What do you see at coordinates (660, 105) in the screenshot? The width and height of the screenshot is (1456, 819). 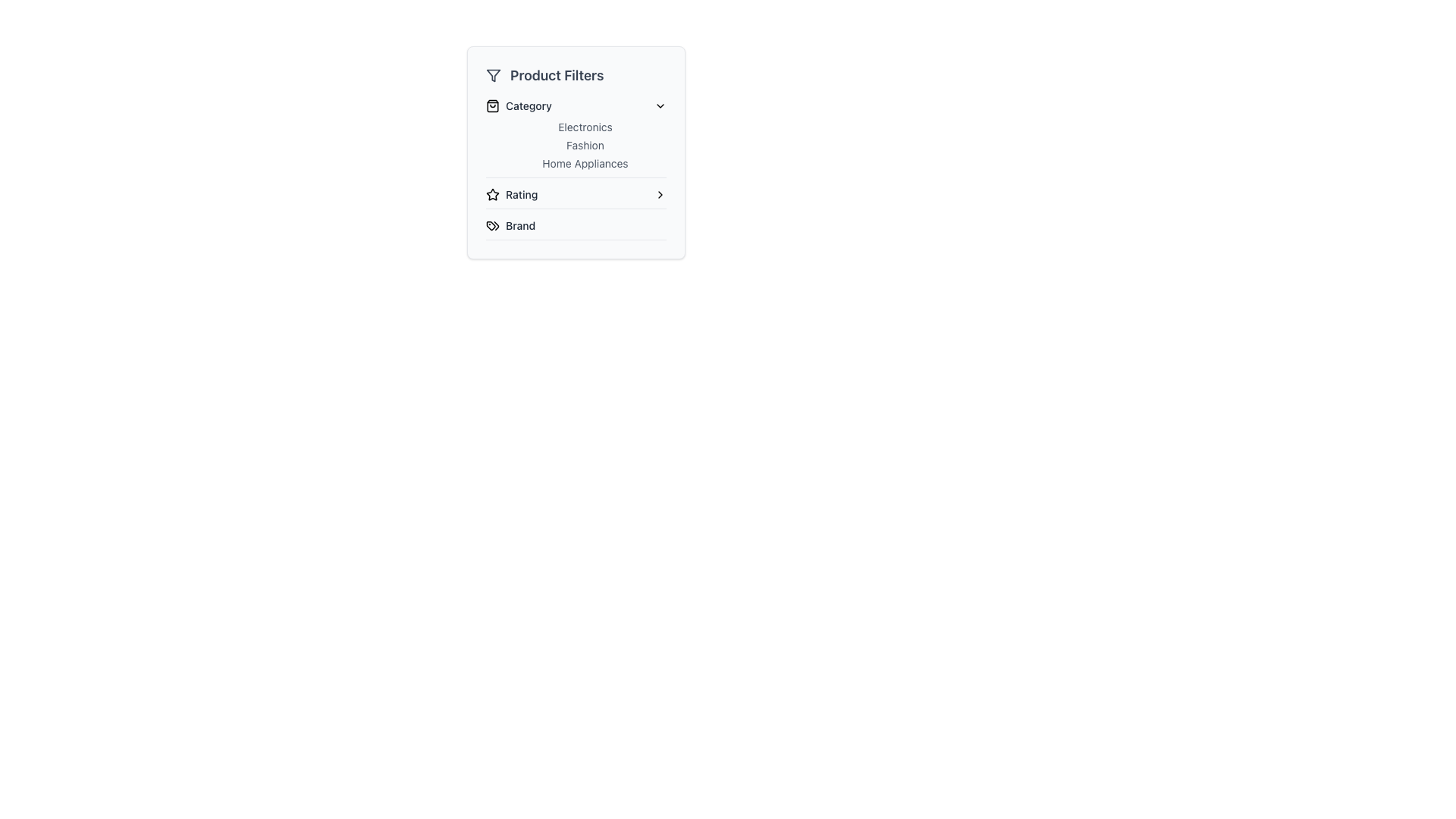 I see `the Chevron Down icon in the 'Product Filters' section` at bounding box center [660, 105].